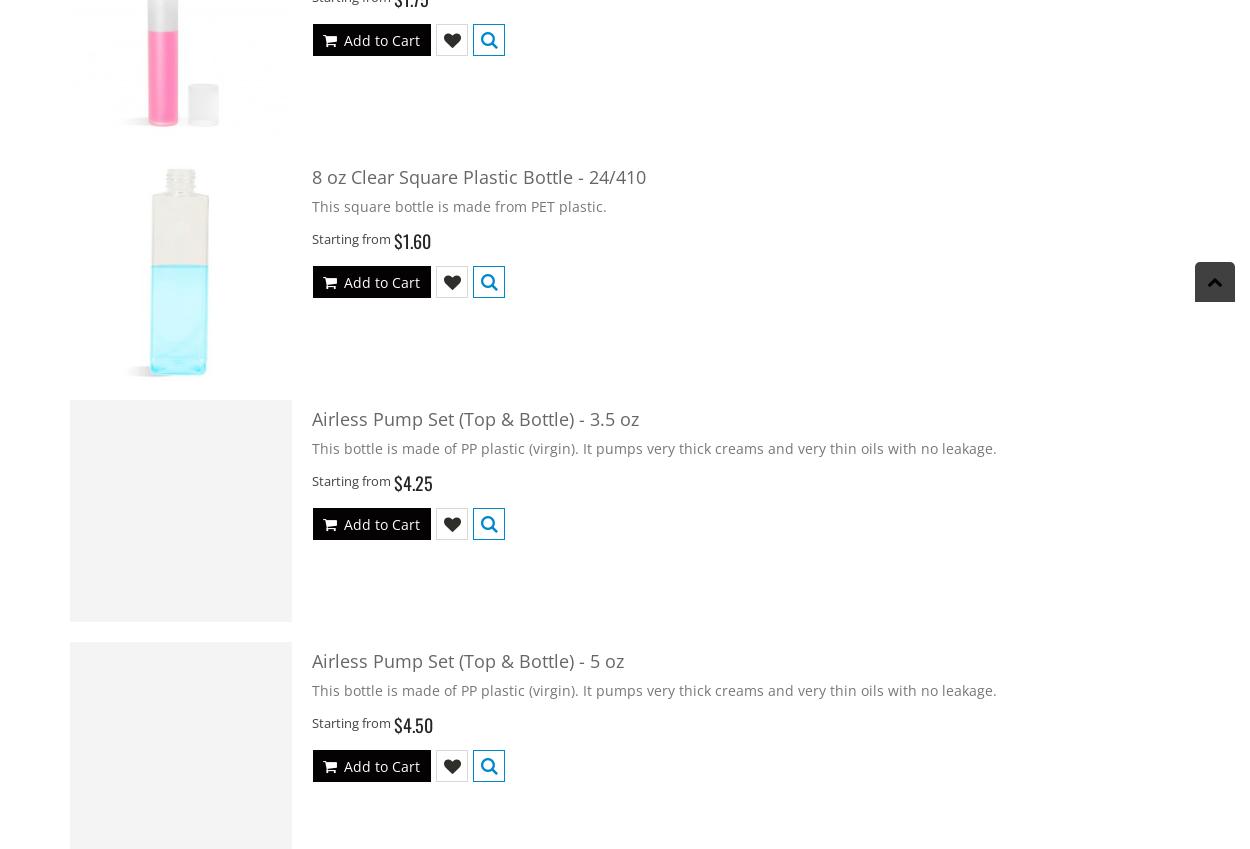  What do you see at coordinates (312, 204) in the screenshot?
I see `'This square bottle is made from PET plastic.'` at bounding box center [312, 204].